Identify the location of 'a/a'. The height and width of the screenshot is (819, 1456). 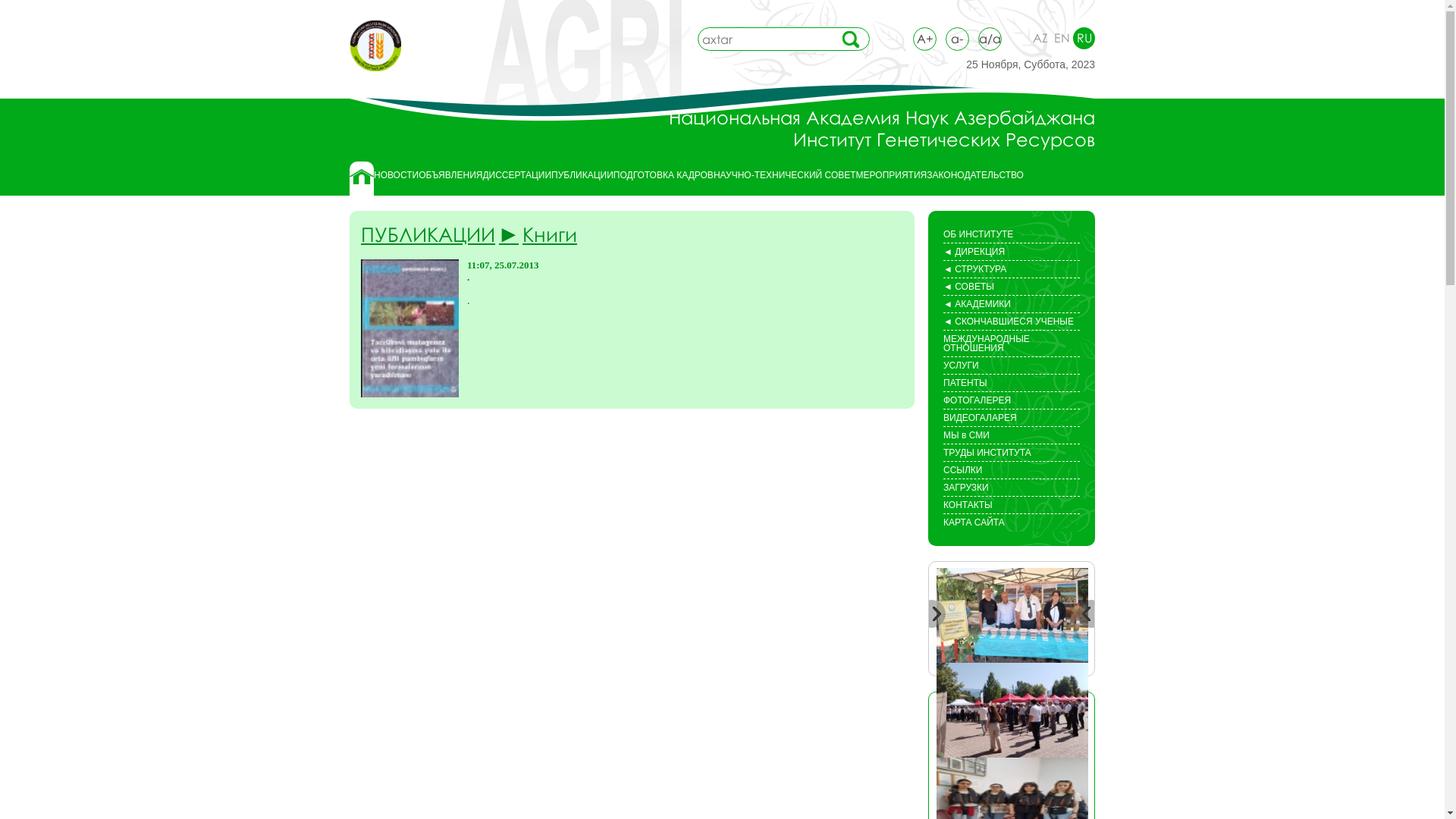
(990, 38).